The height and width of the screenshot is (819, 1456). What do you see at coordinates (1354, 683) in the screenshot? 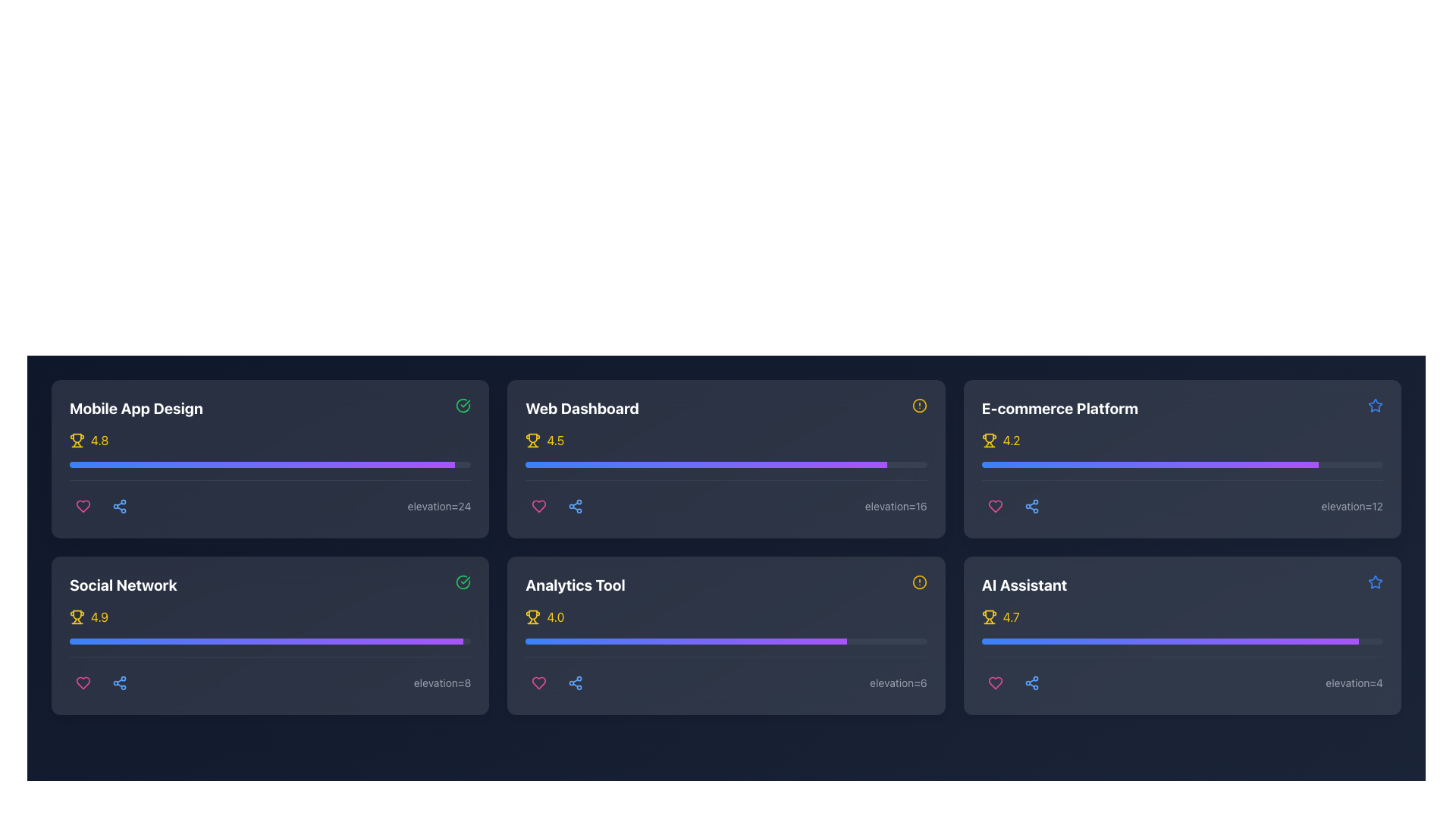
I see `the static informational text element displaying 'elevation=4' in gray color located in the bottom-right corner of the 'AI Assistant' card` at bounding box center [1354, 683].